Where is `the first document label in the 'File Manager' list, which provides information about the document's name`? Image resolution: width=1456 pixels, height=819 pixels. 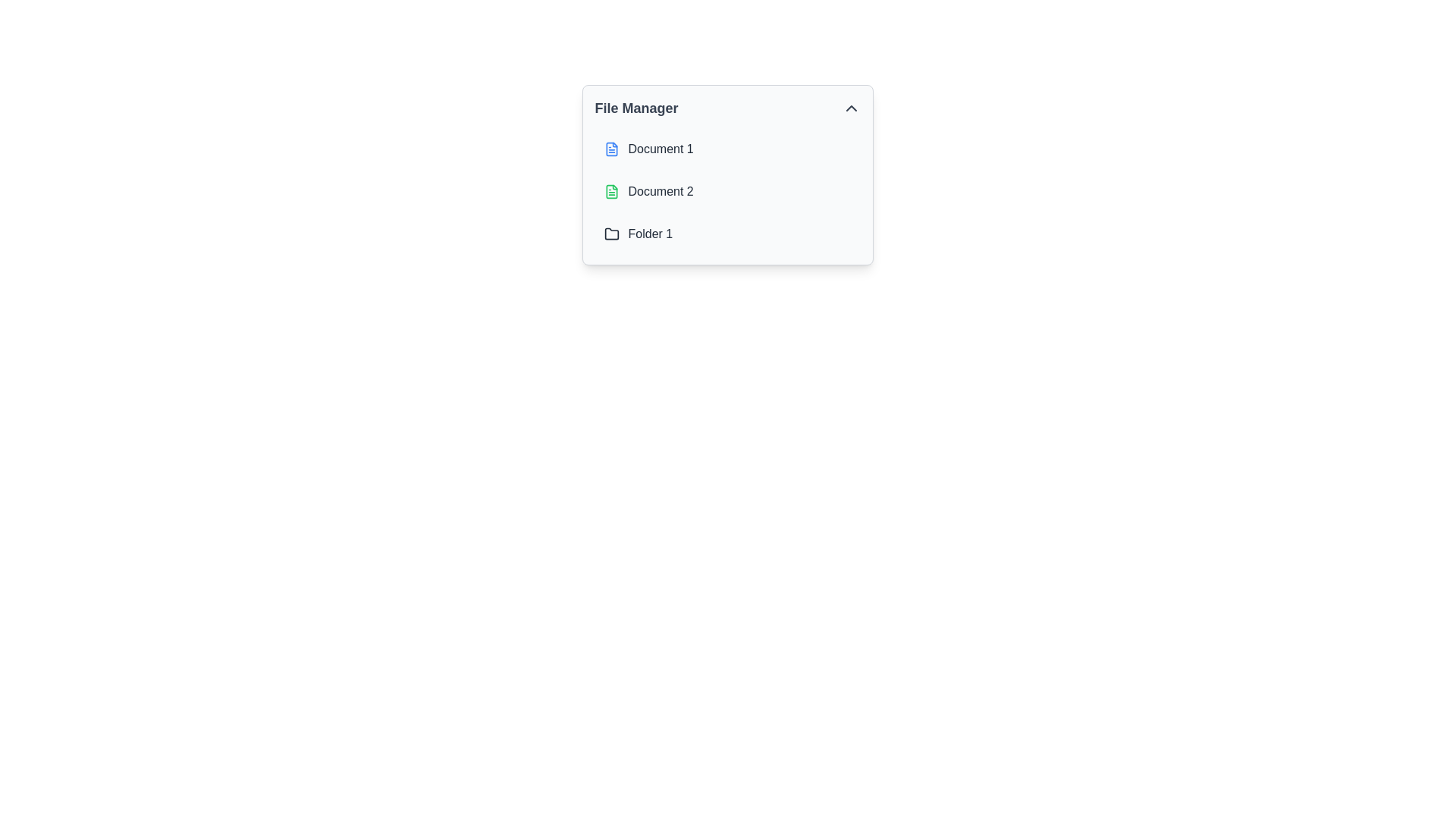
the first document label in the 'File Manager' list, which provides information about the document's name is located at coordinates (661, 149).